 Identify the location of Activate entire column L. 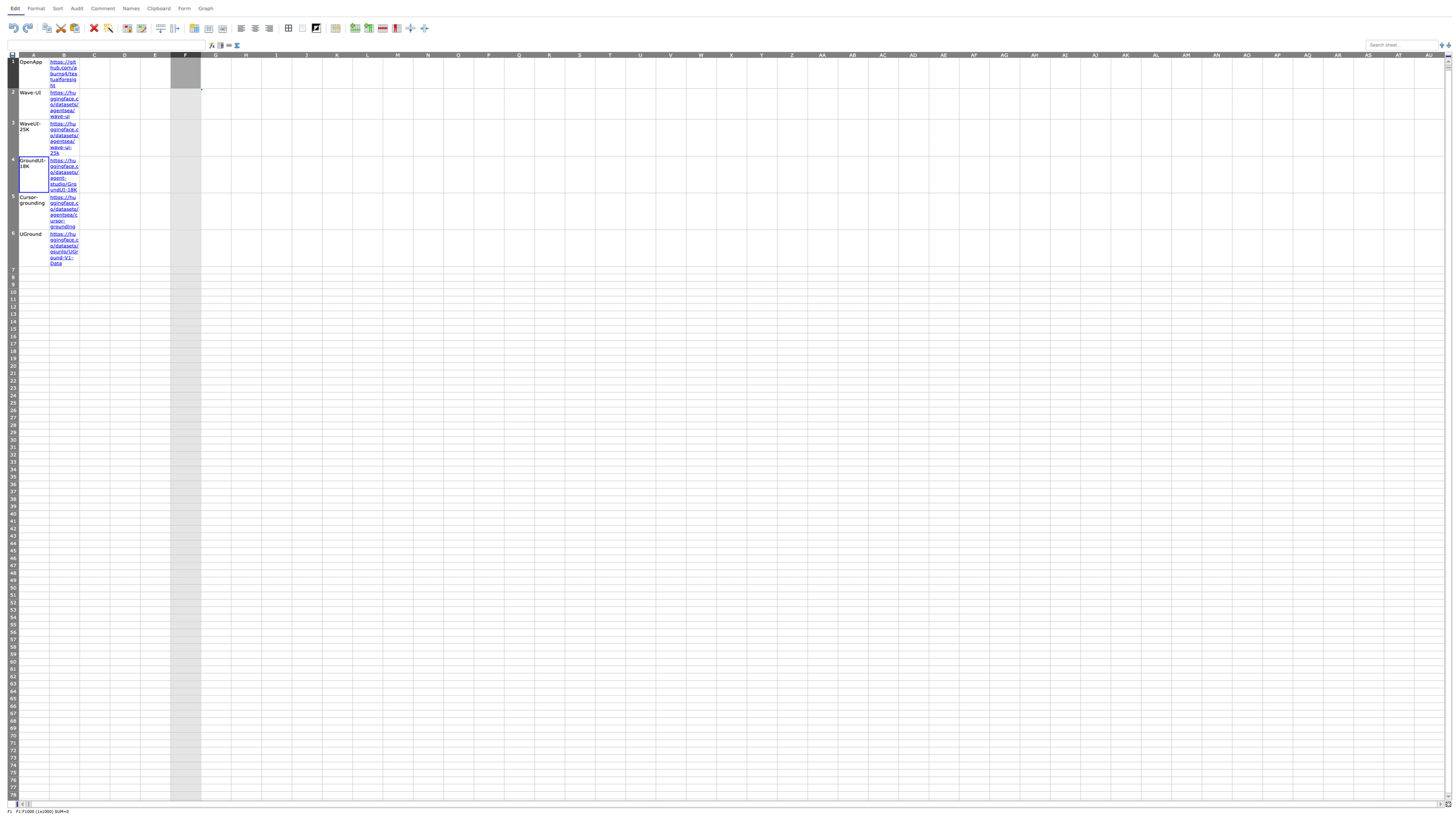
(367, 54).